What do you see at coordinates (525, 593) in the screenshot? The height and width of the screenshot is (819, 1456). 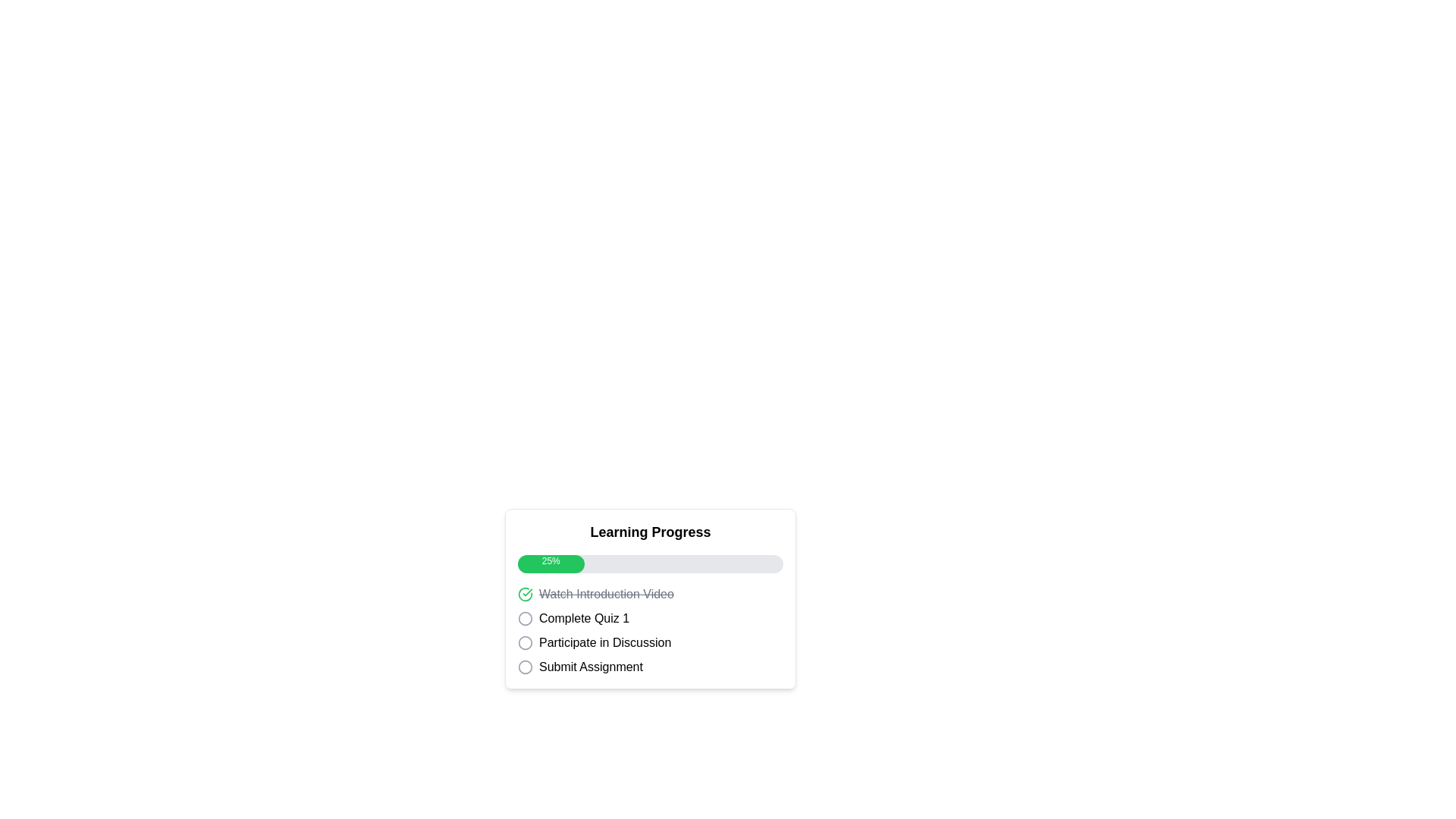 I see `the green circular checkmark icon that is positioned directly to the left of the text 'Watch Introduction Video' in the task list` at bounding box center [525, 593].